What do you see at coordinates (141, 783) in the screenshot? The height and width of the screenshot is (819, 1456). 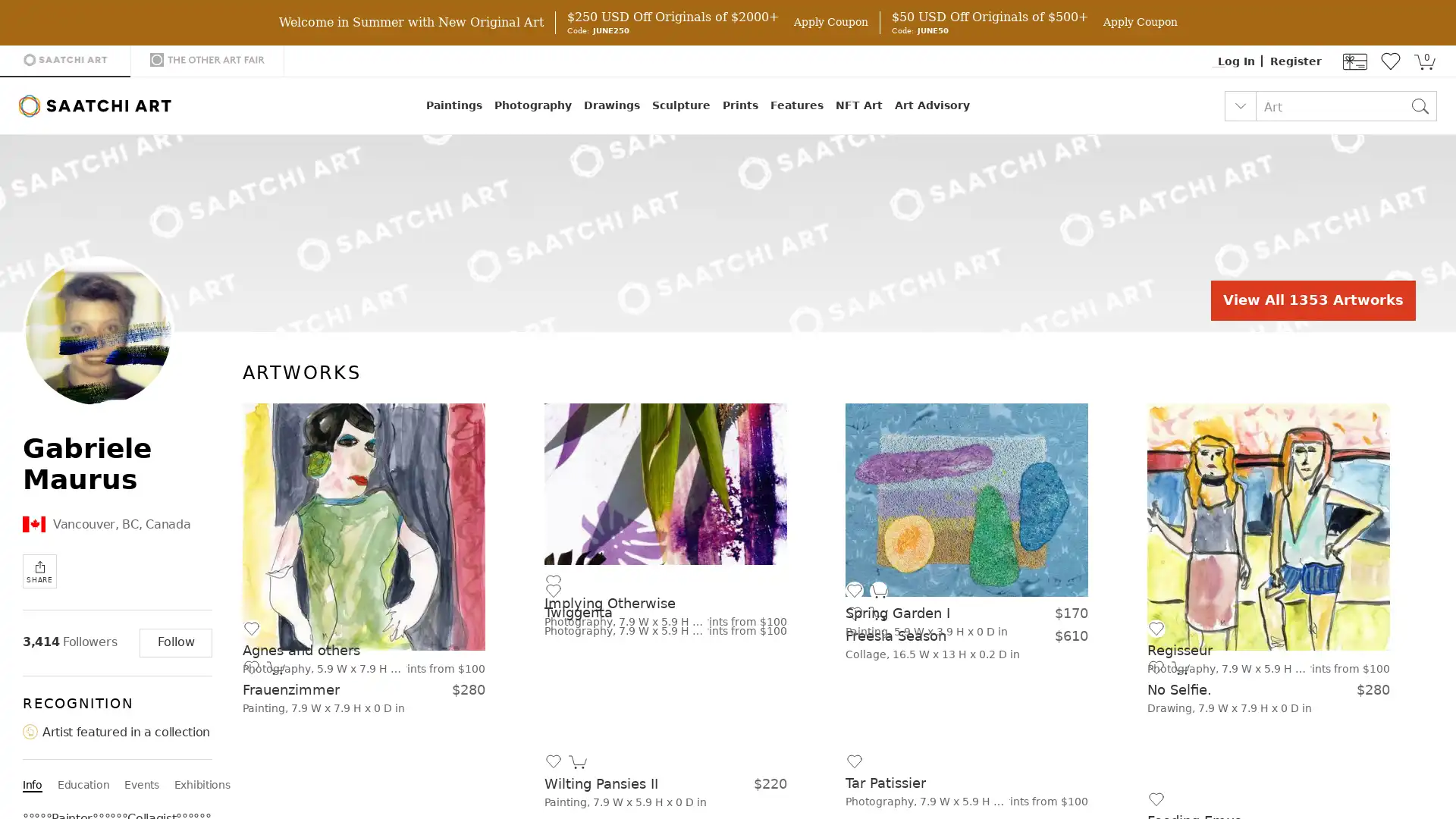 I see `Events` at bounding box center [141, 783].